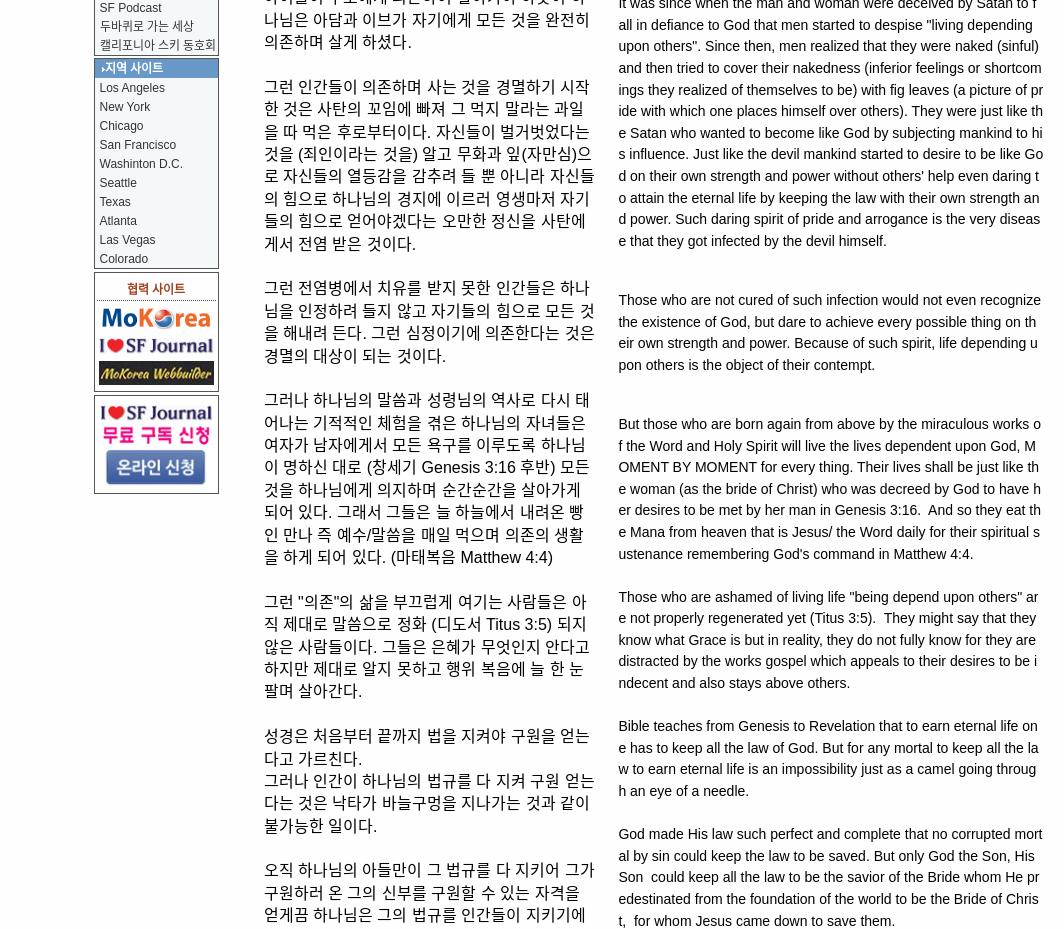  What do you see at coordinates (428, 321) in the screenshot?
I see `'그런 전염병에서 치유를 받지 못한 인간들은 하나님을 인정하려 들지 않고 										자기들의 힘으로 모든 것을 해내려 든다. 그런 심정이기에 의존한다는 것은 										경멸의 대상이 되는 것이다.'` at bounding box center [428, 321].